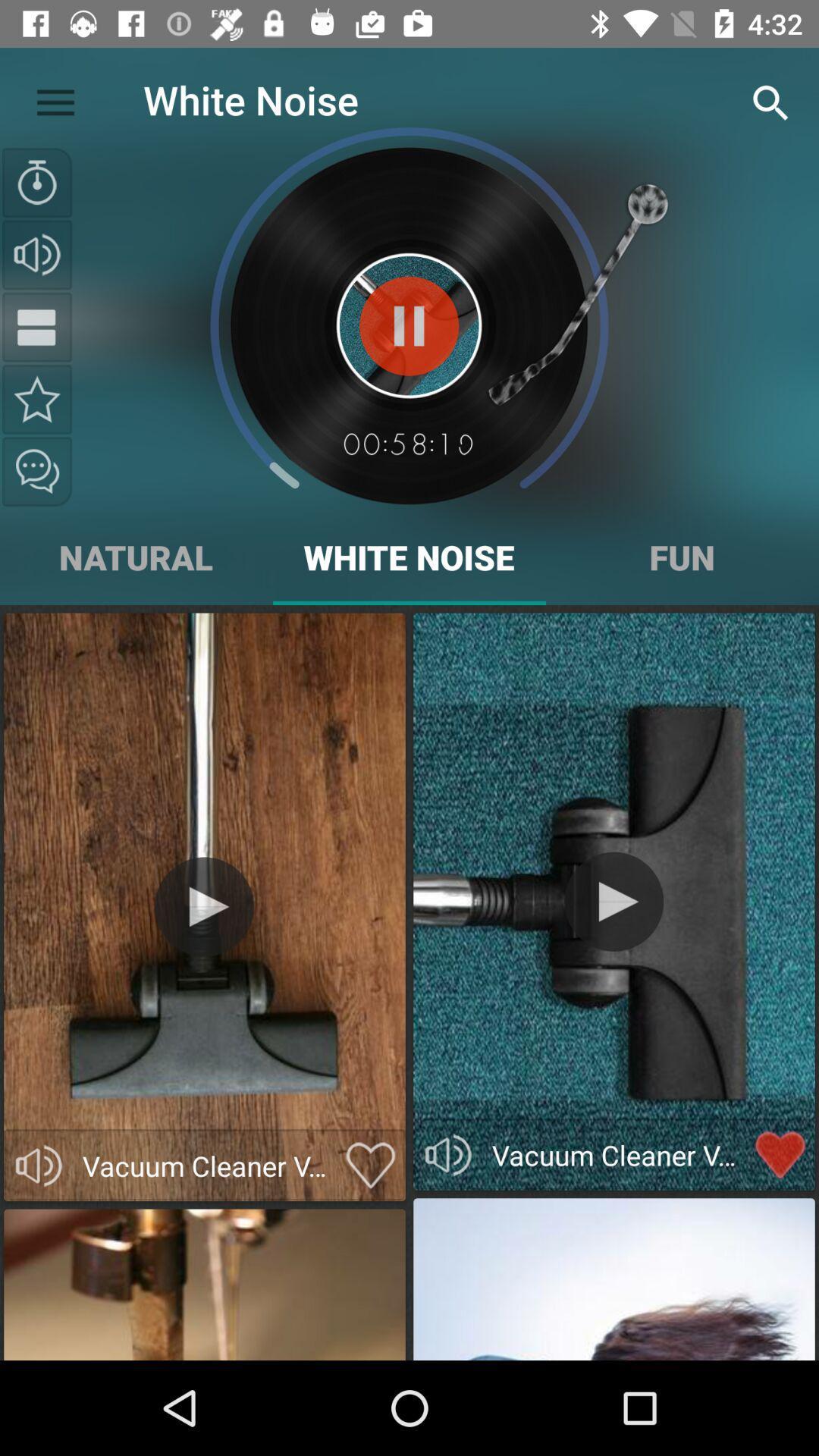 Image resolution: width=819 pixels, height=1456 pixels. I want to click on timer, so click(36, 182).